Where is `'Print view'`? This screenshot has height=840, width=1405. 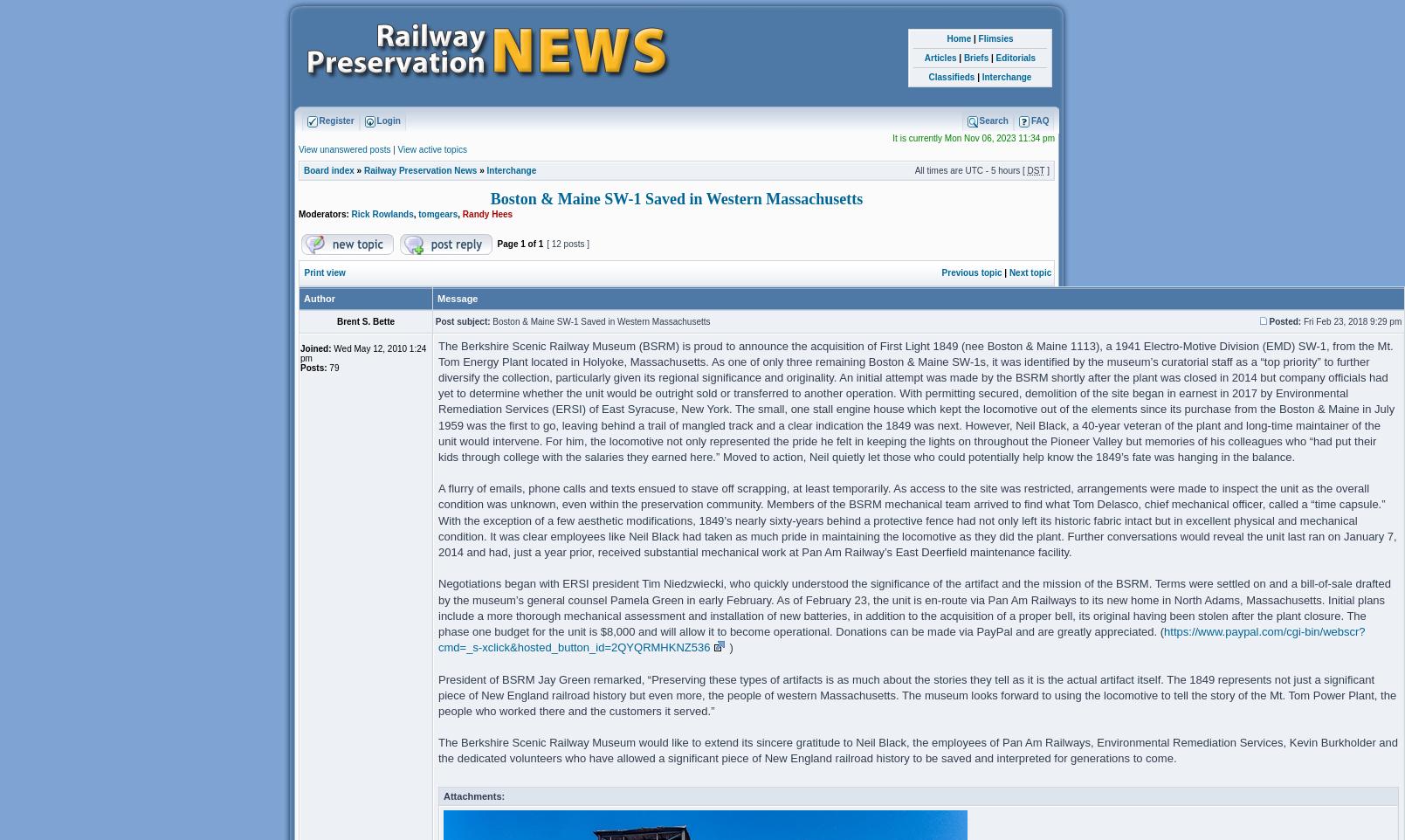 'Print view' is located at coordinates (324, 272).